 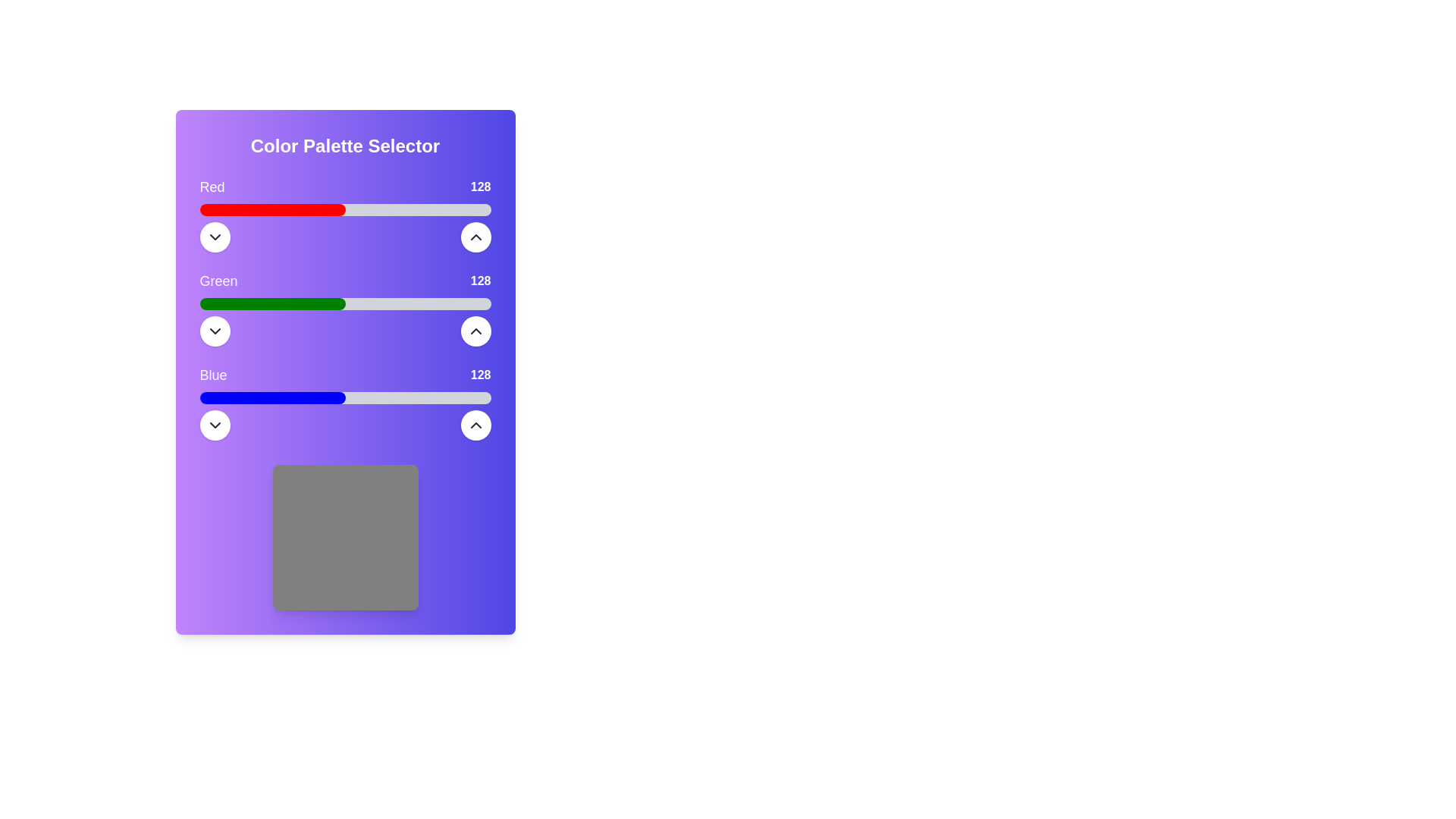 What do you see at coordinates (309, 304) in the screenshot?
I see `the green component of the color` at bounding box center [309, 304].